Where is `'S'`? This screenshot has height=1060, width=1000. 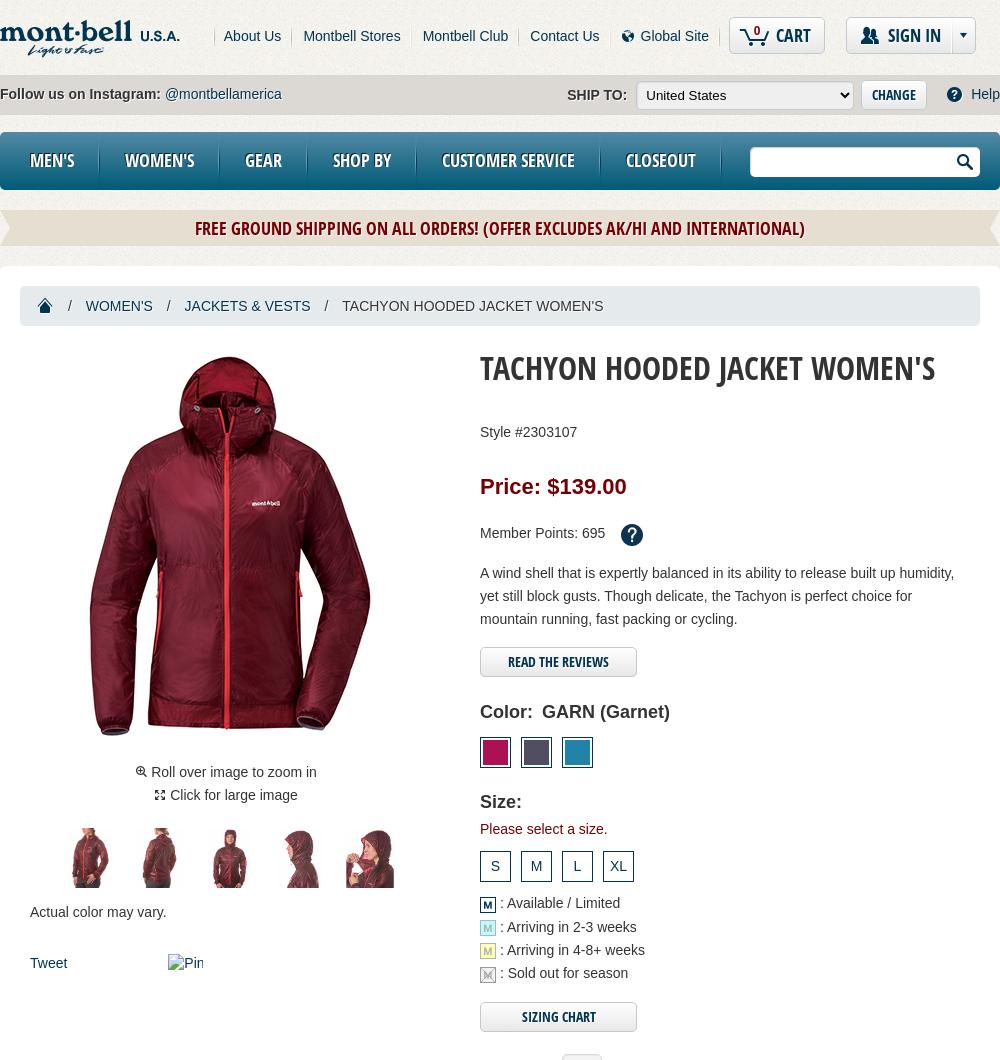 'S' is located at coordinates (494, 866).